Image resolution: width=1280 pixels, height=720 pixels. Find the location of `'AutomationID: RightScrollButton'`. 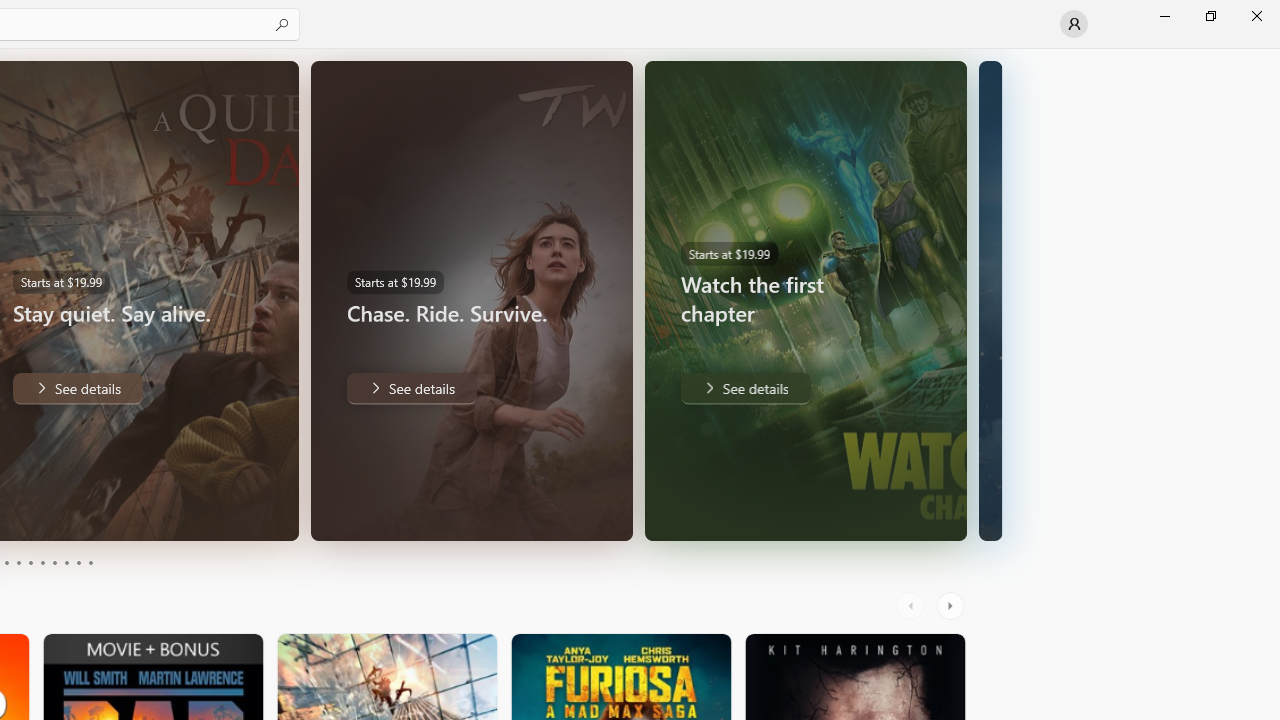

'AutomationID: RightScrollButton' is located at coordinates (951, 605).